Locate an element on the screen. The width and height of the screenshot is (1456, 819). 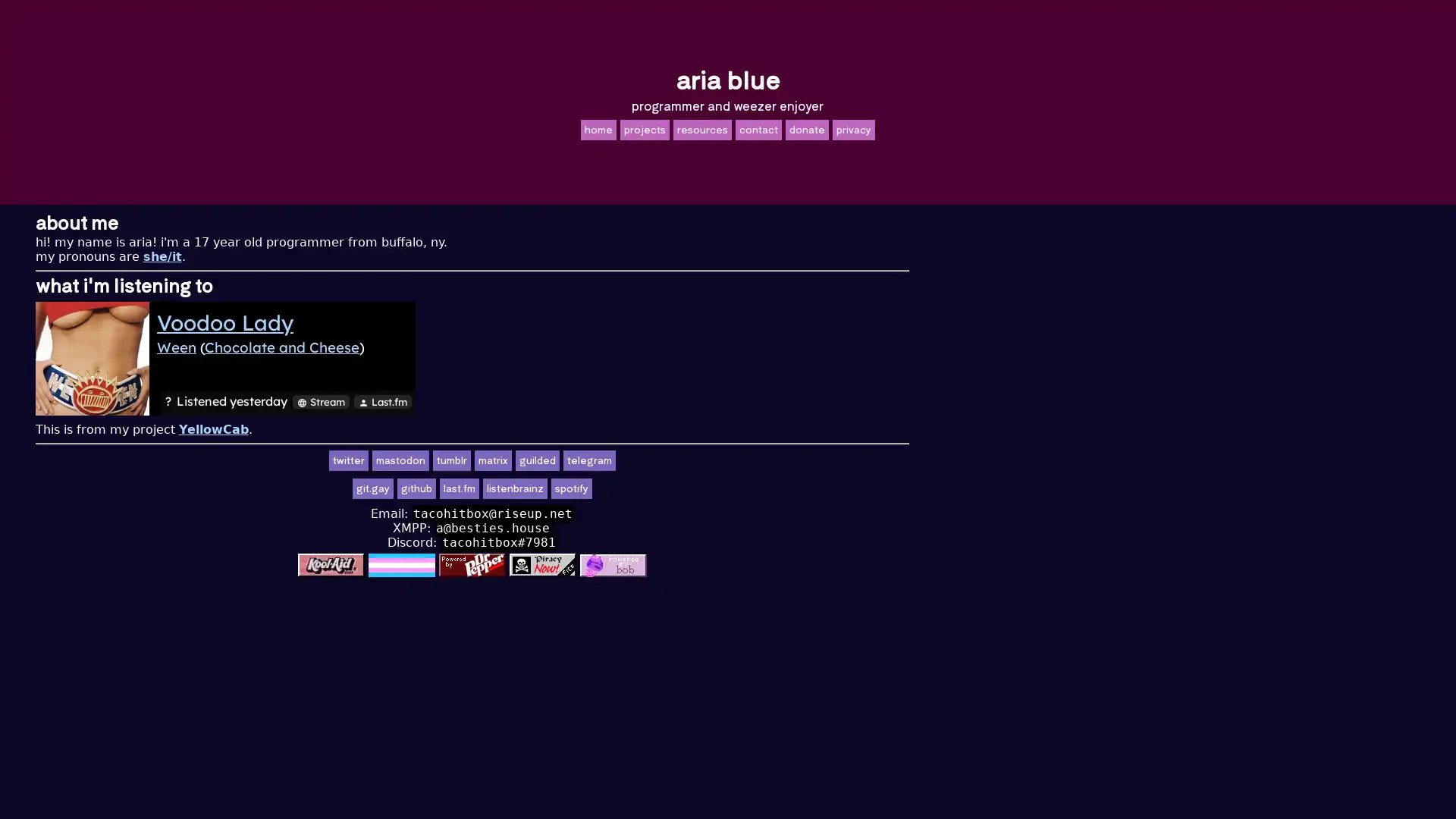
contact is located at coordinates (758, 128).